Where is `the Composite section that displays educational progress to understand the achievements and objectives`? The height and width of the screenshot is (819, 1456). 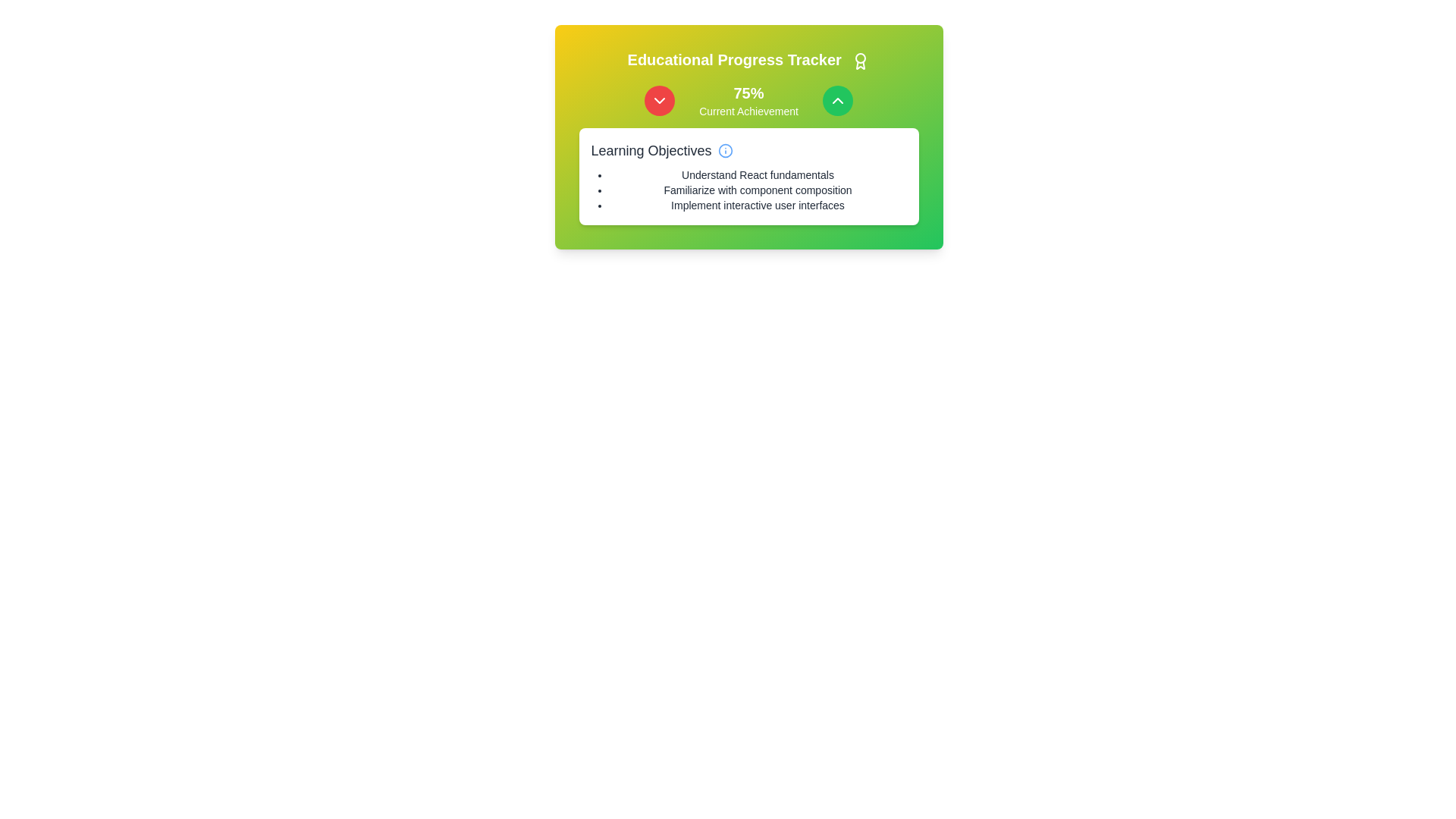
the Composite section that displays educational progress to understand the achievements and objectives is located at coordinates (748, 137).